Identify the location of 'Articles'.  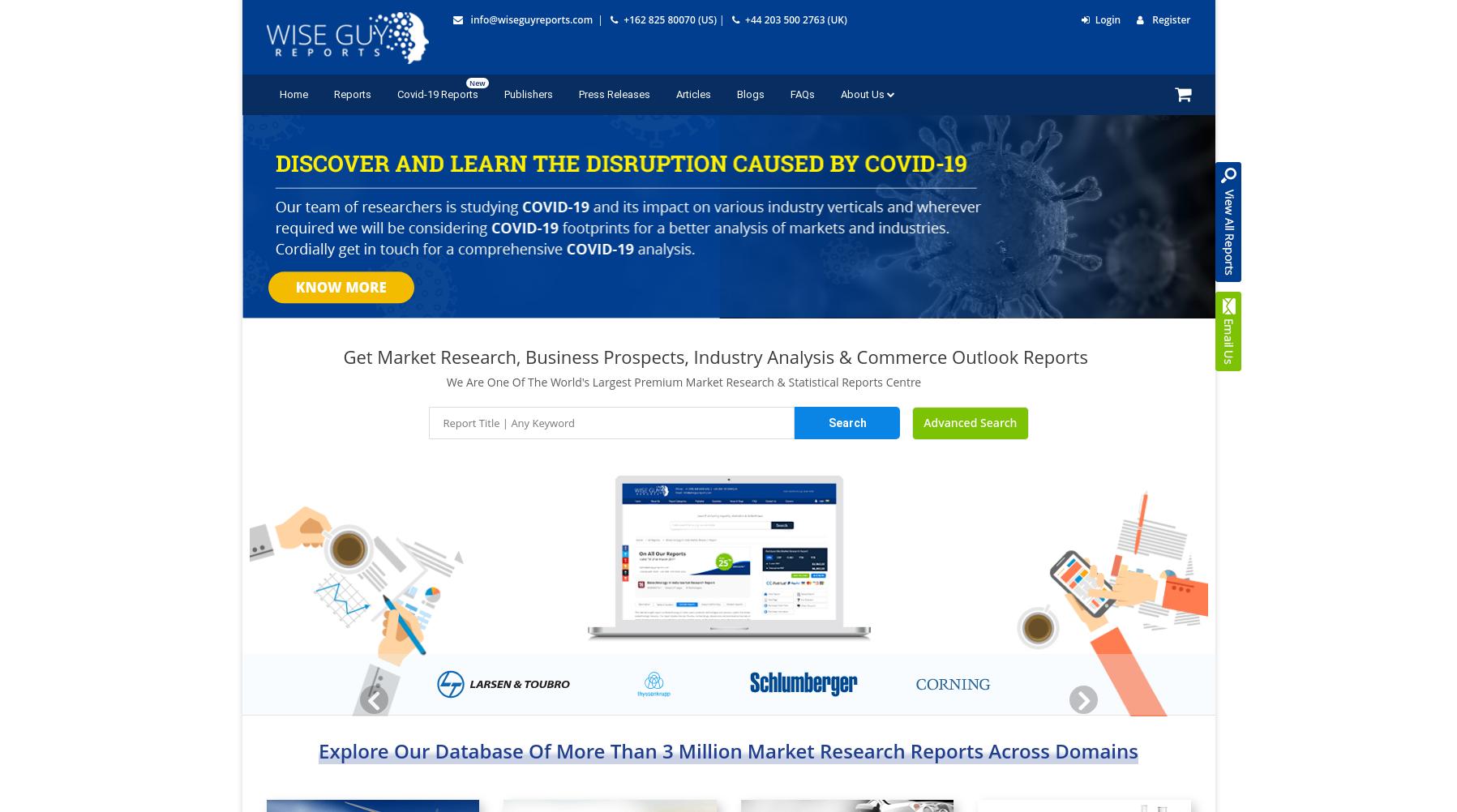
(692, 93).